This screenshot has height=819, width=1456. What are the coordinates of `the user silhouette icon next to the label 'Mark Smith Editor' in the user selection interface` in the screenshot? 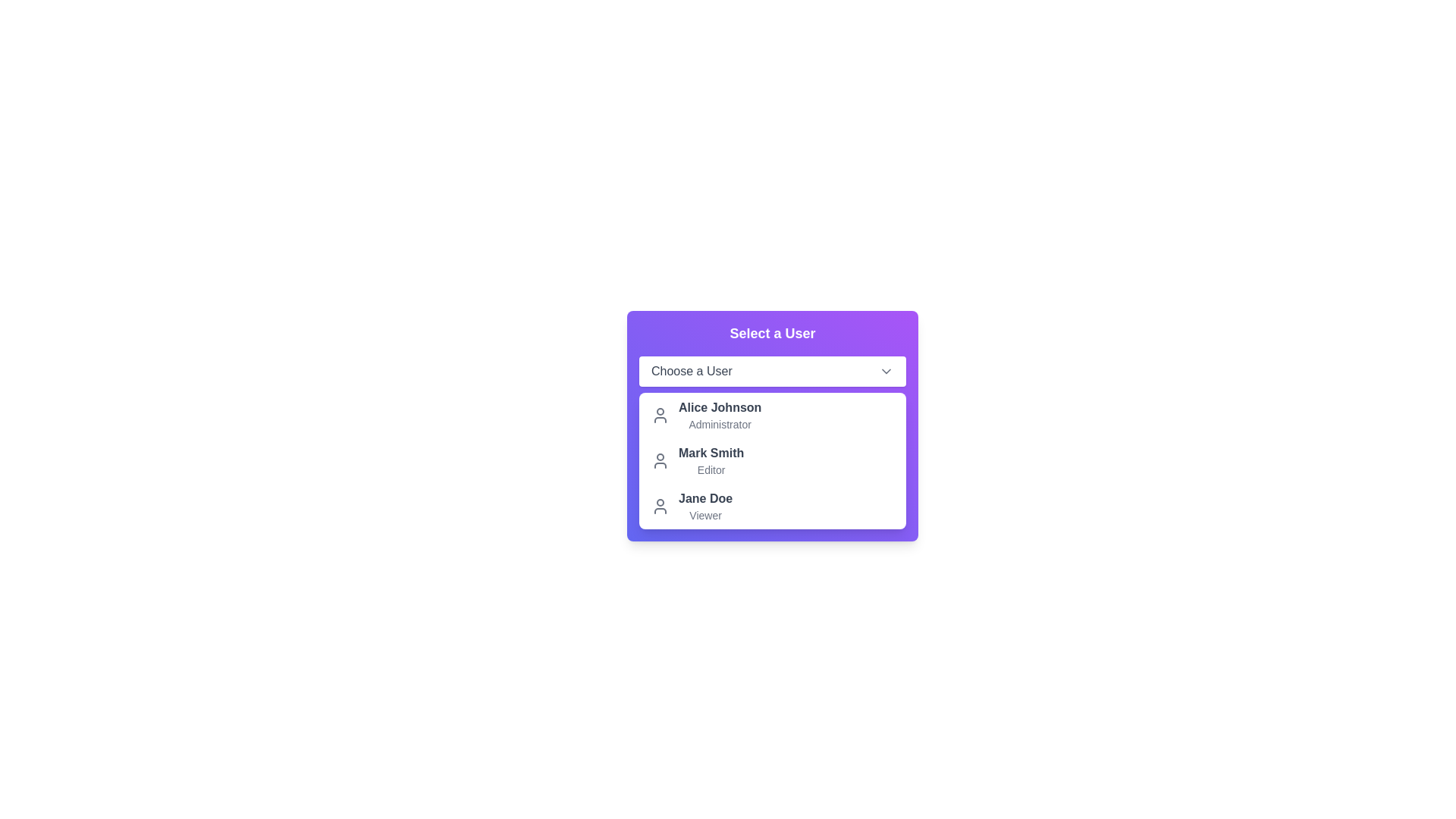 It's located at (660, 460).